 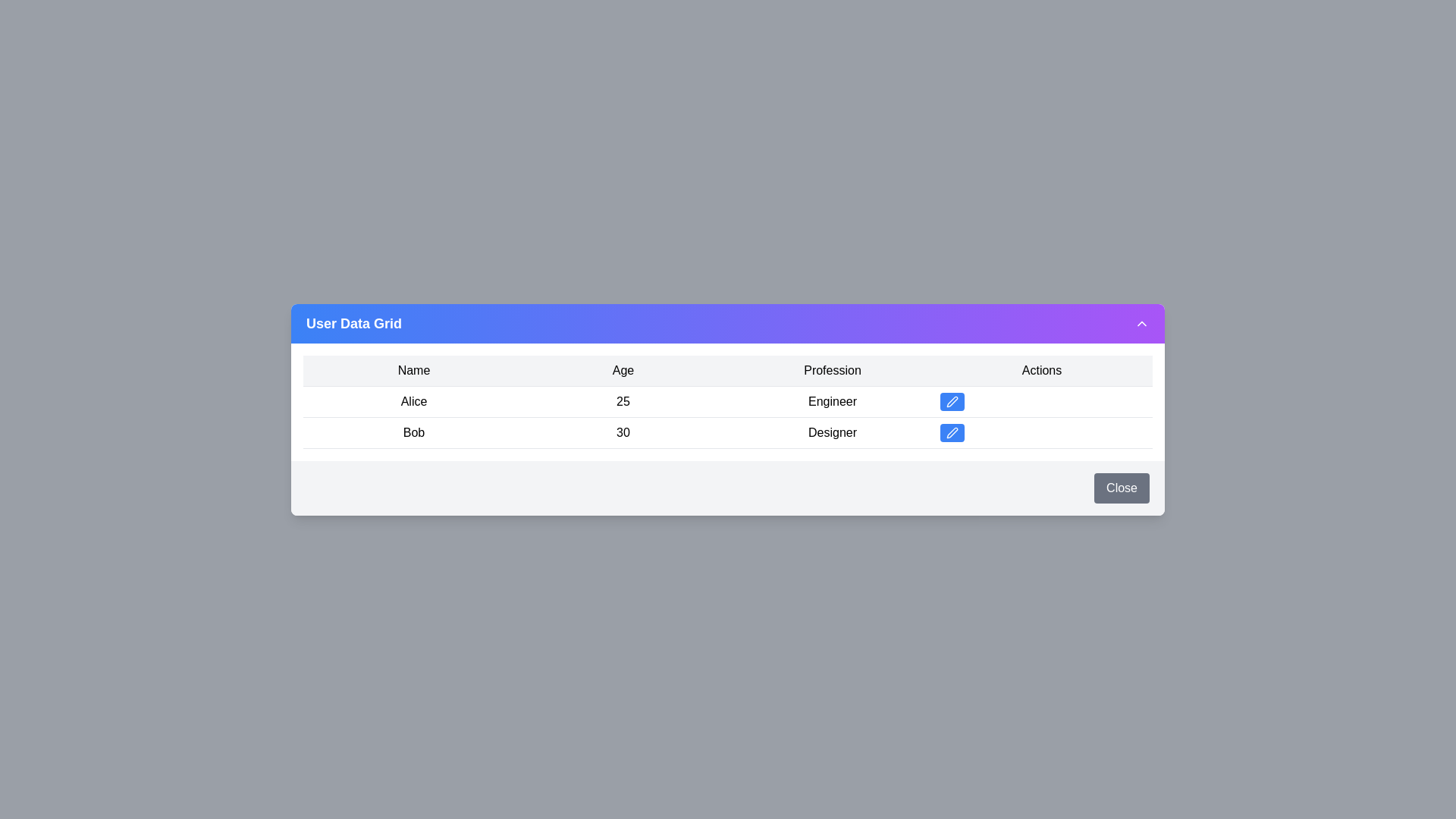 I want to click on the edit button located in the 'Actions' column of the row corresponding to 'Alice' to initiate the edit action, so click(x=952, y=400).